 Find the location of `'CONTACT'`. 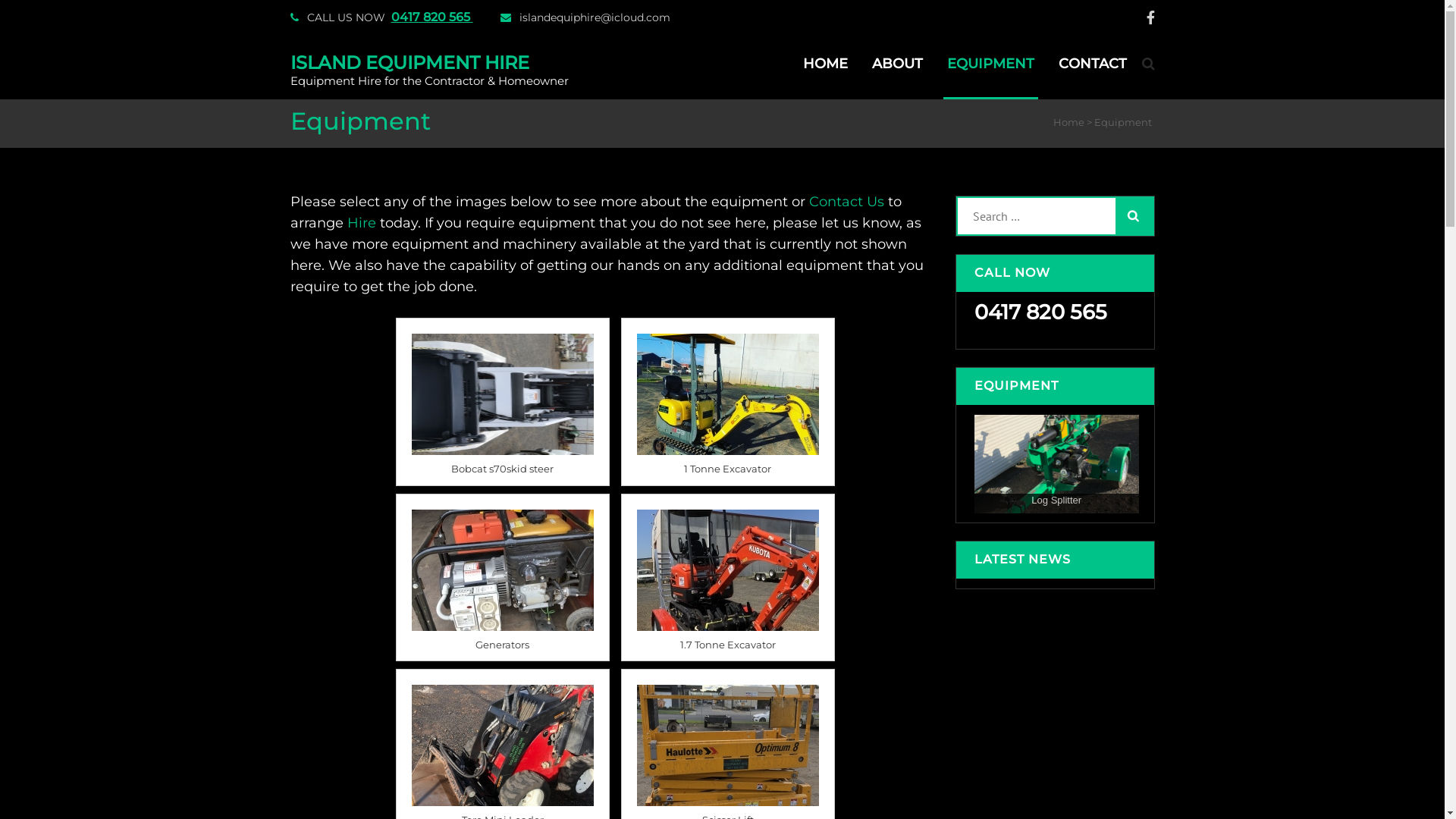

'CONTACT' is located at coordinates (1053, 76).